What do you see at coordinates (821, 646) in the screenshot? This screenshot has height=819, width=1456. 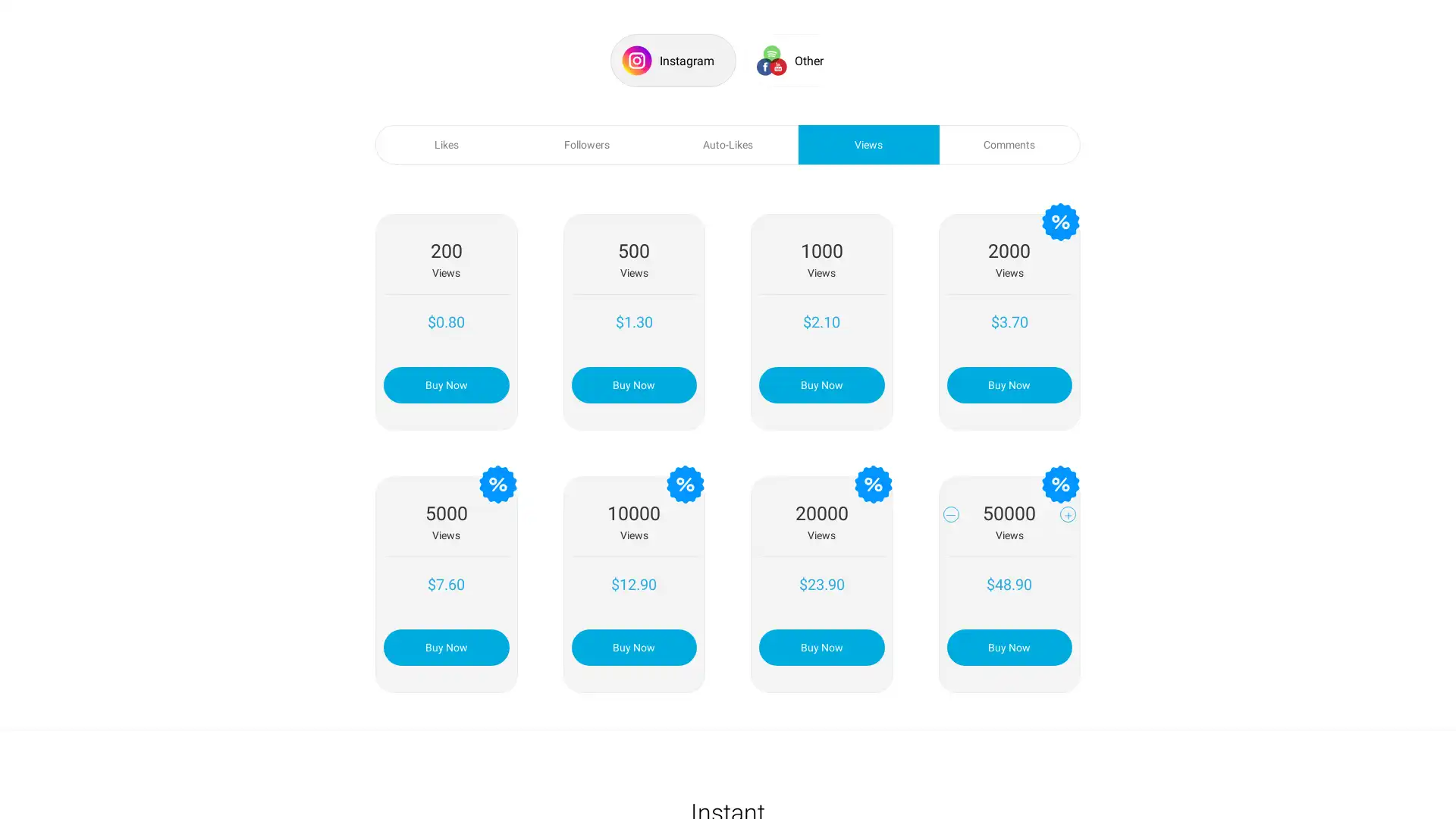 I see `Buy Now` at bounding box center [821, 646].